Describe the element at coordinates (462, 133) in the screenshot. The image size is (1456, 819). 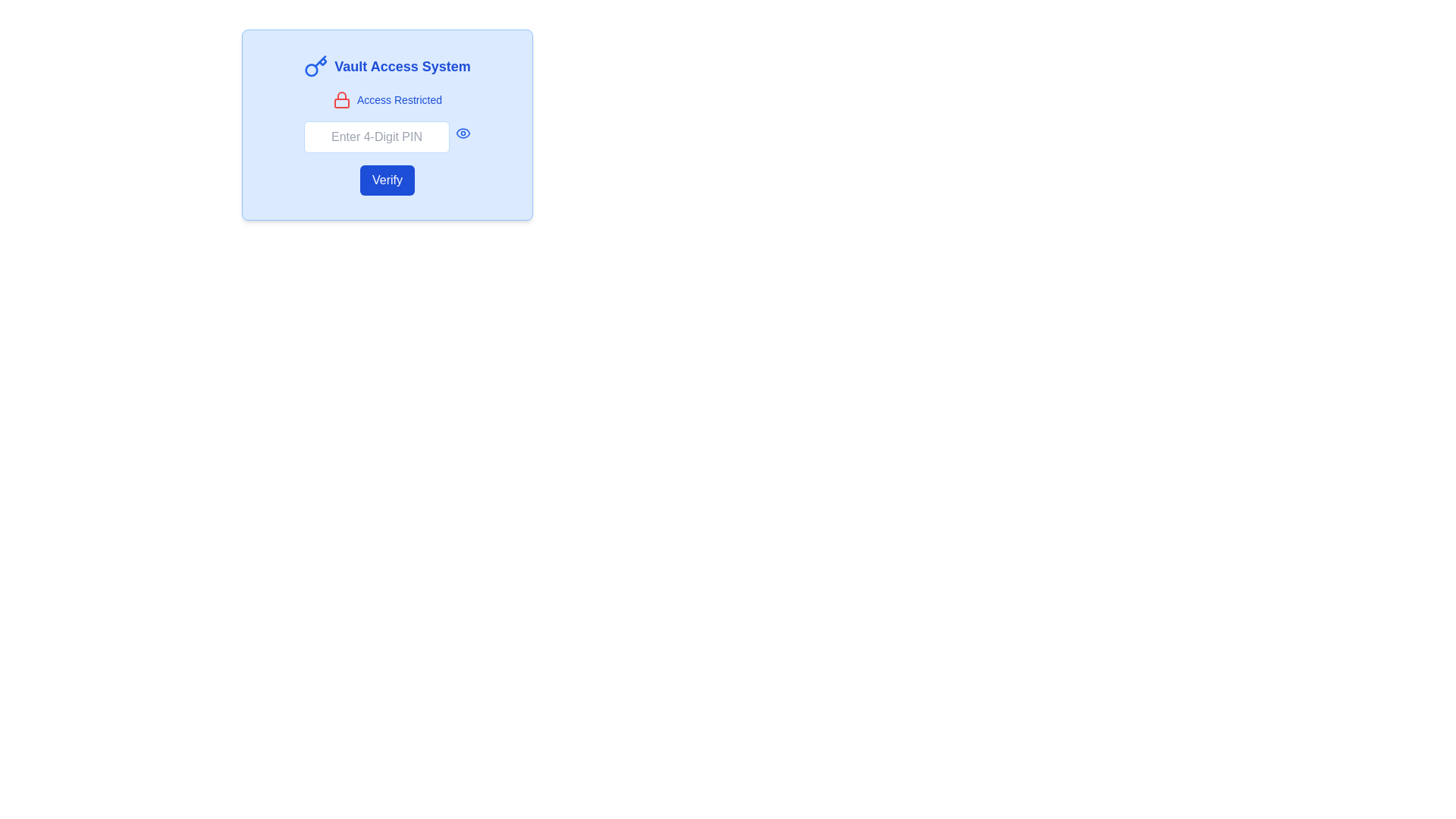
I see `the Icon button on the far right of the 'Enter 4-Digit PIN' input field` at that location.